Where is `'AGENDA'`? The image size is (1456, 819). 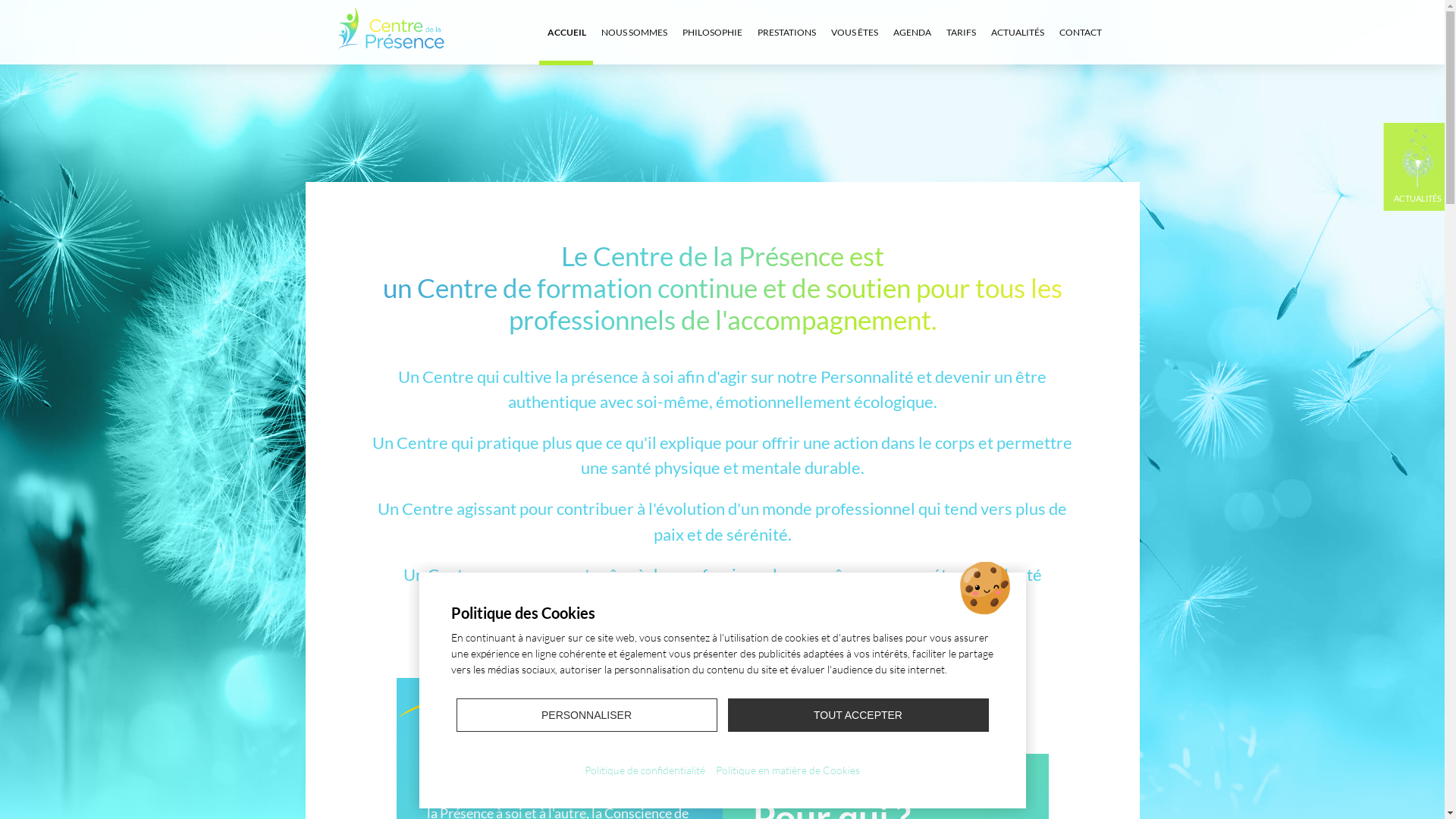 'AGENDA' is located at coordinates (912, 32).